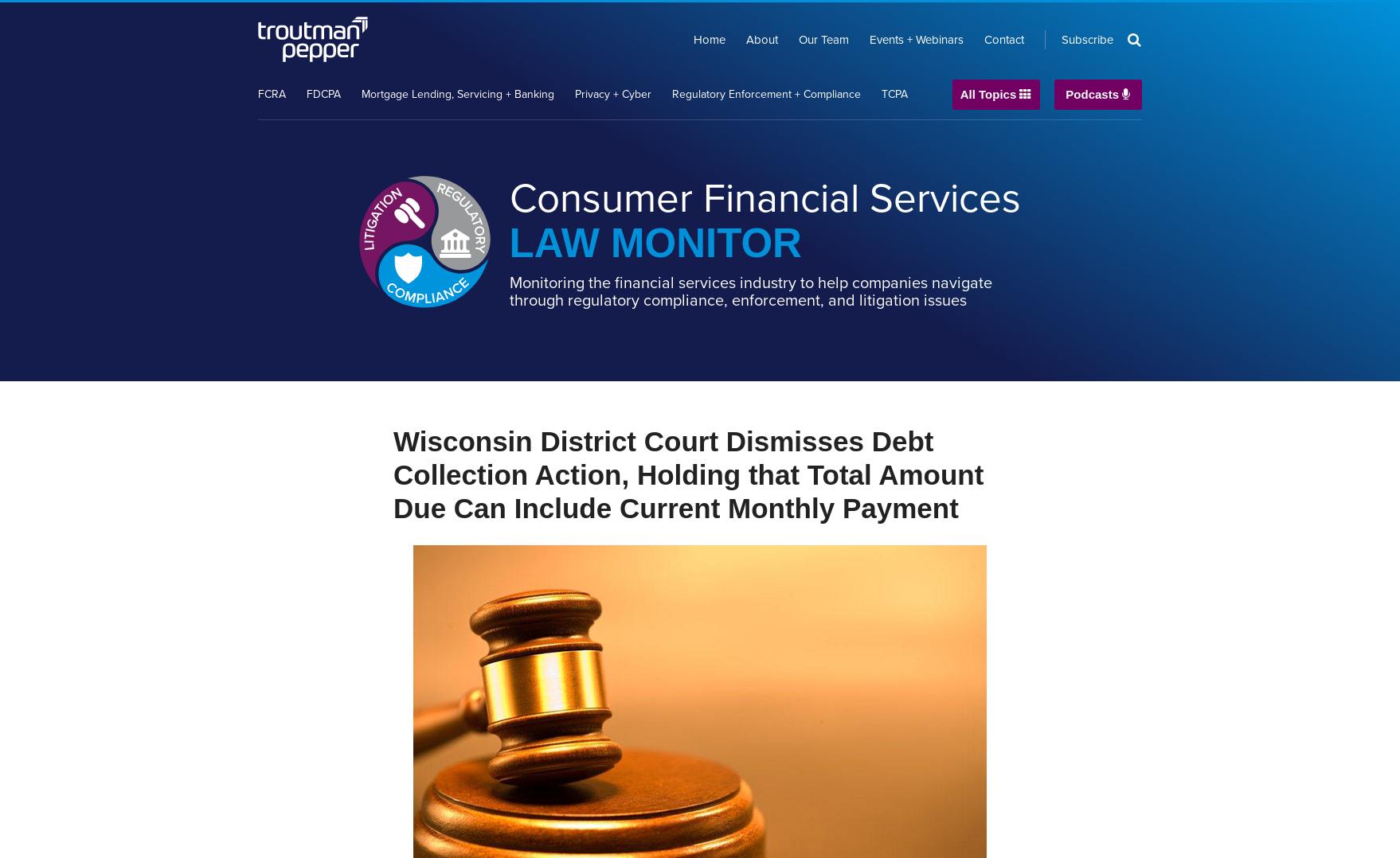  I want to click on 'About', so click(762, 39).